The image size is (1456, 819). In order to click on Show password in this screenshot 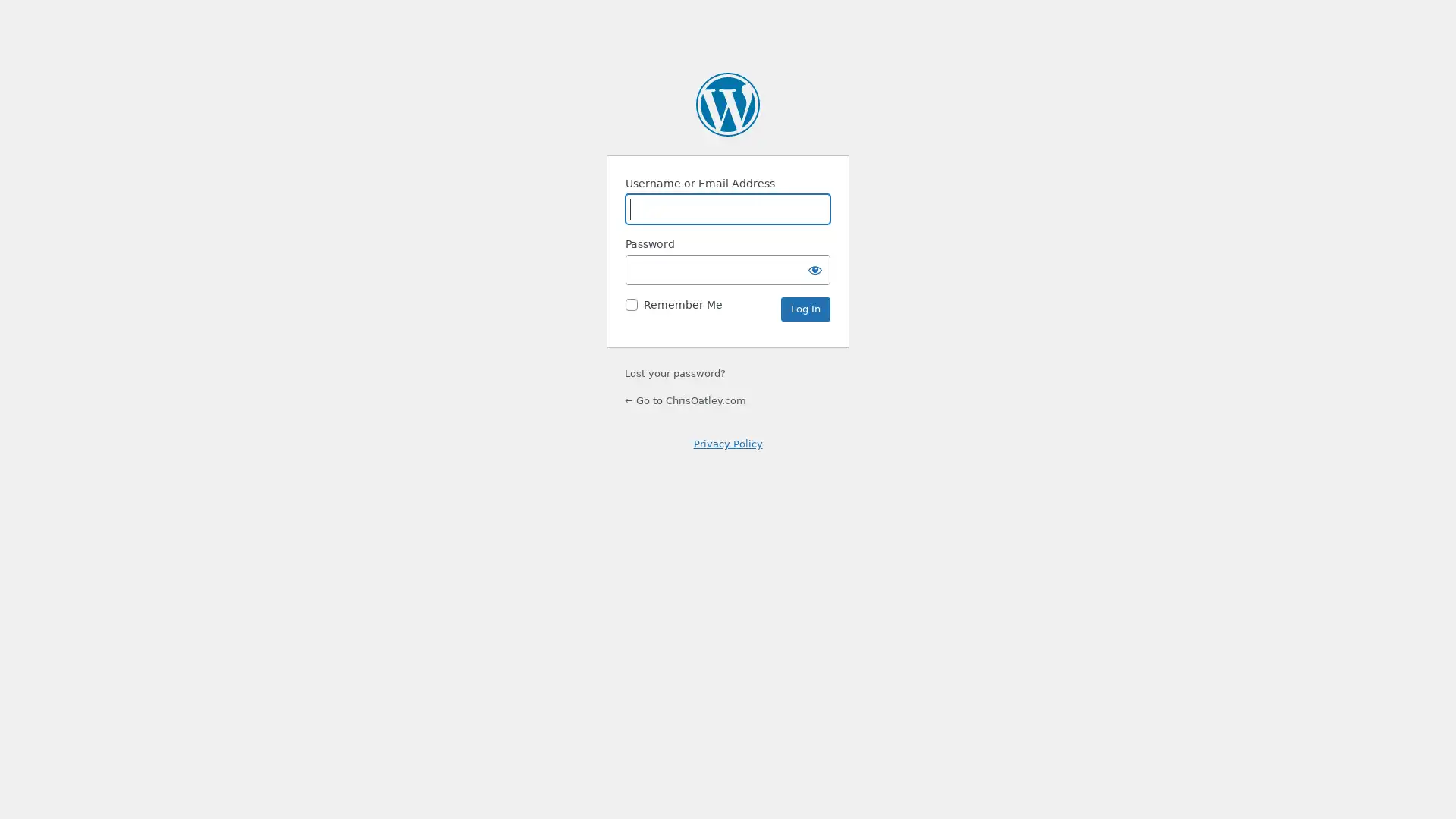, I will do `click(814, 268)`.